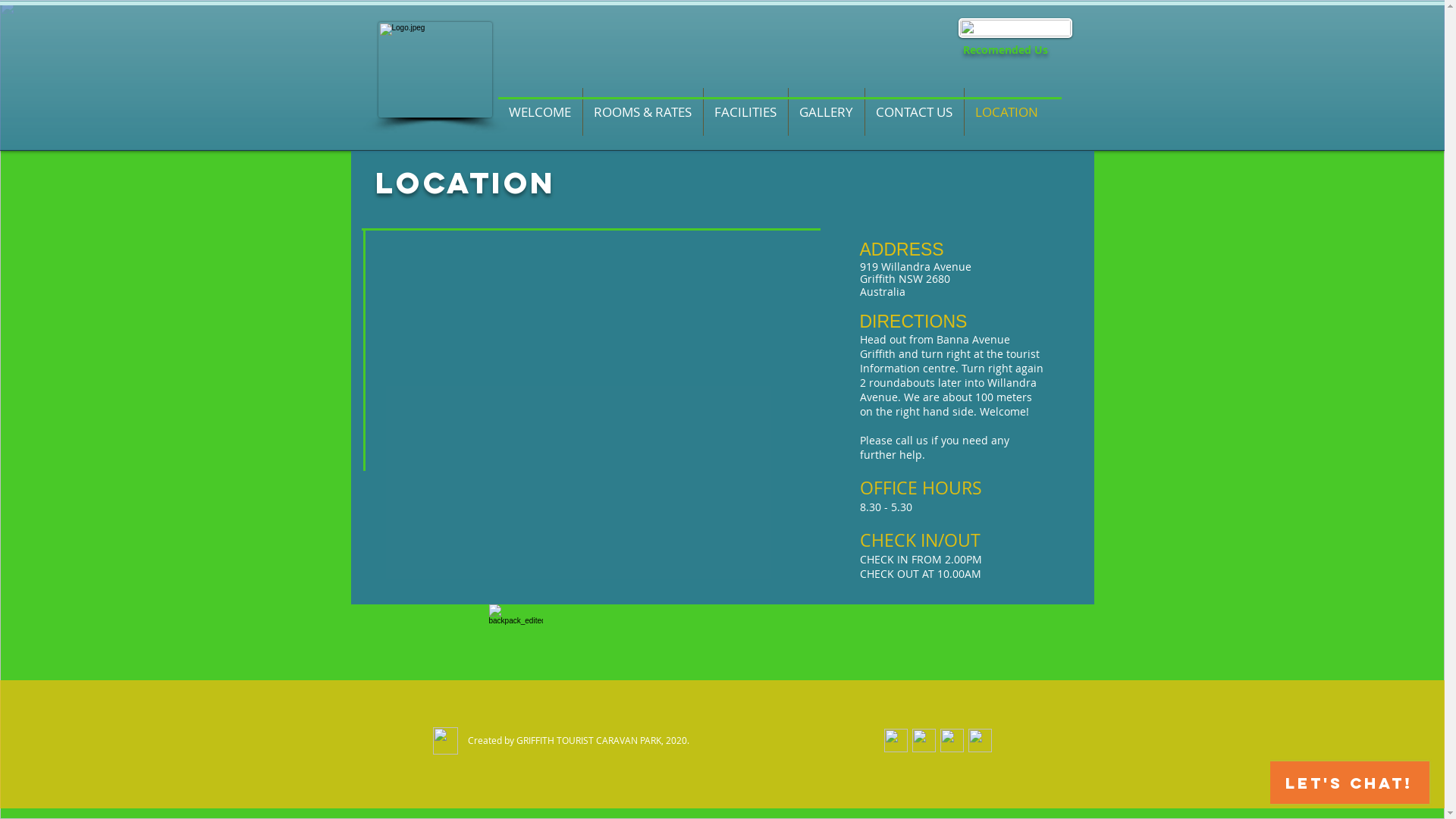 This screenshot has width=1456, height=819. Describe the element at coordinates (912, 111) in the screenshot. I see `'CONTACT US'` at that location.